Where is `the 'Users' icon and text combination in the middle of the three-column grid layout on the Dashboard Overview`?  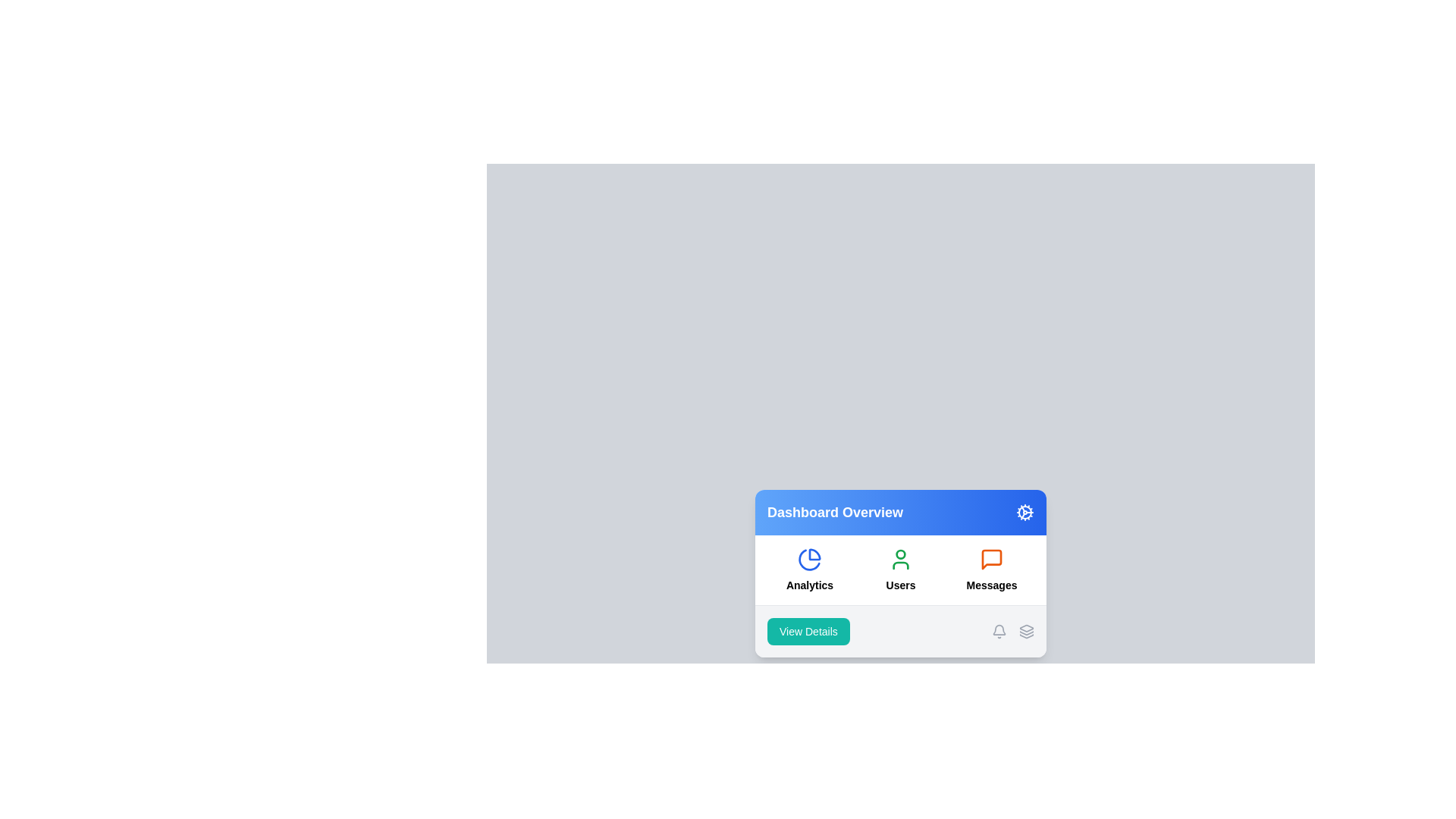
the 'Users' icon and text combination in the middle of the three-column grid layout on the Dashboard Overview is located at coordinates (901, 570).